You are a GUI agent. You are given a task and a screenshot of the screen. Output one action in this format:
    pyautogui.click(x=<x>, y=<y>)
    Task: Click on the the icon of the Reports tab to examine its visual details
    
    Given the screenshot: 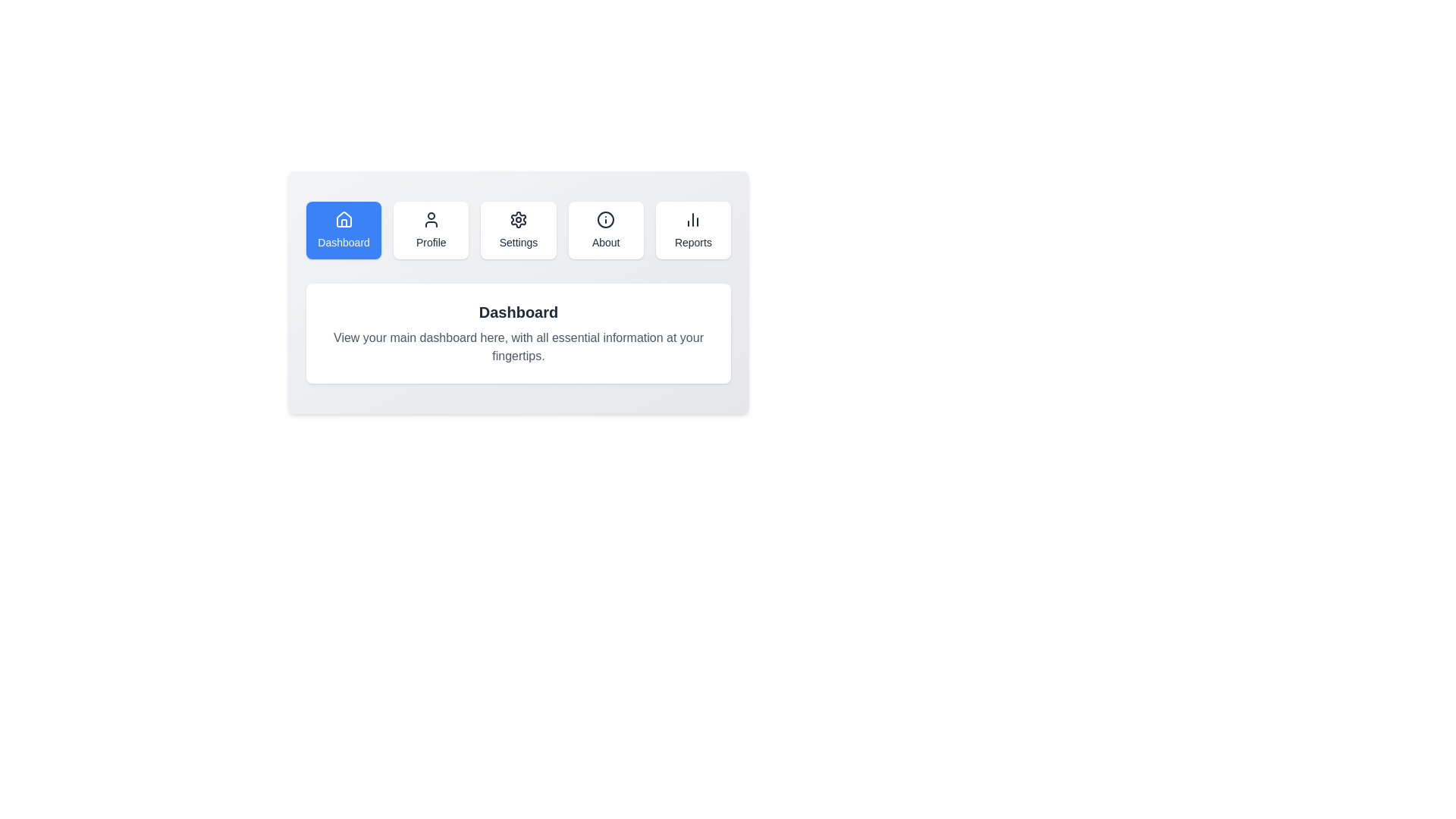 What is the action you would take?
    pyautogui.click(x=692, y=219)
    